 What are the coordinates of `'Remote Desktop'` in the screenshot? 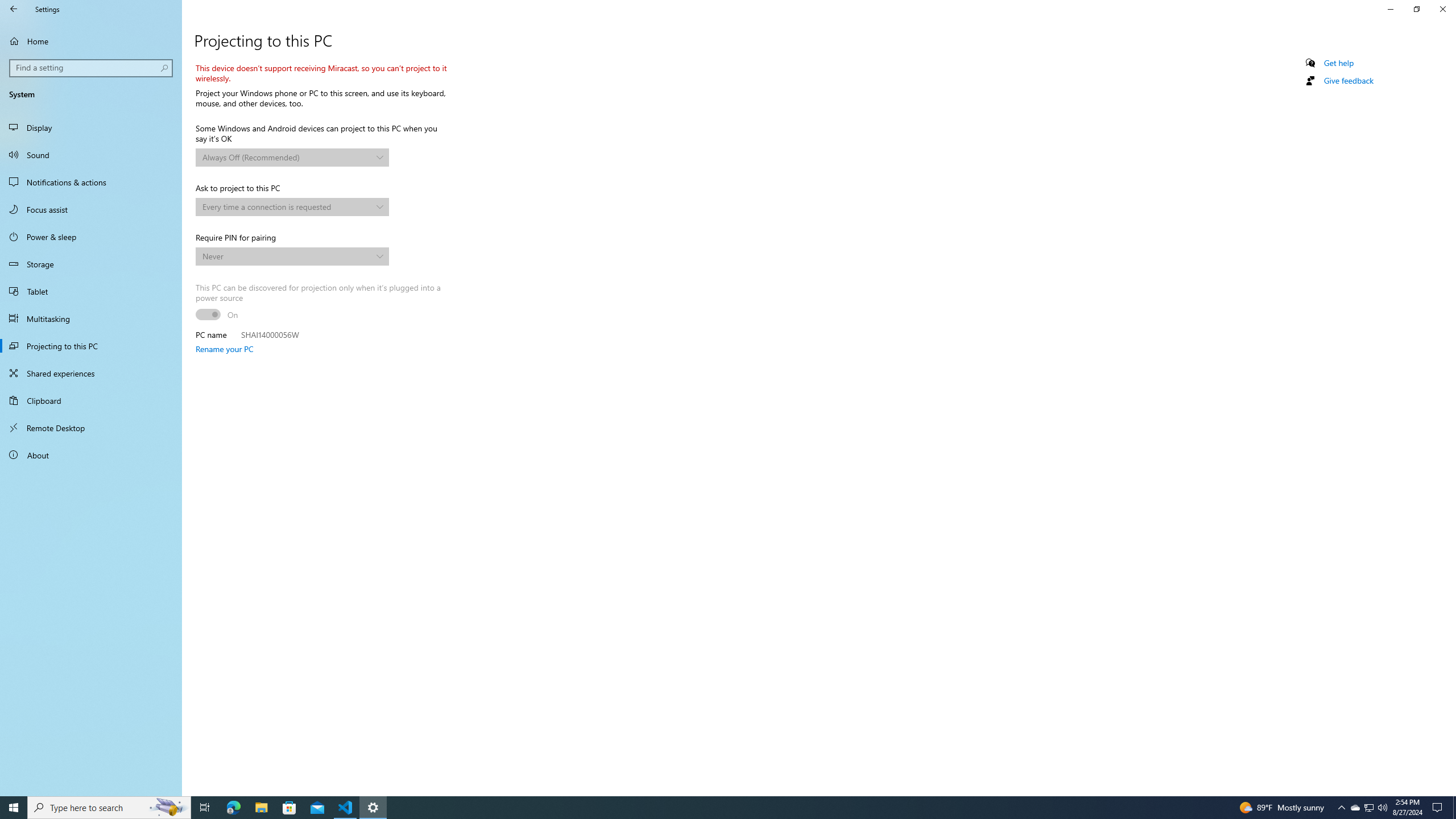 It's located at (90, 427).